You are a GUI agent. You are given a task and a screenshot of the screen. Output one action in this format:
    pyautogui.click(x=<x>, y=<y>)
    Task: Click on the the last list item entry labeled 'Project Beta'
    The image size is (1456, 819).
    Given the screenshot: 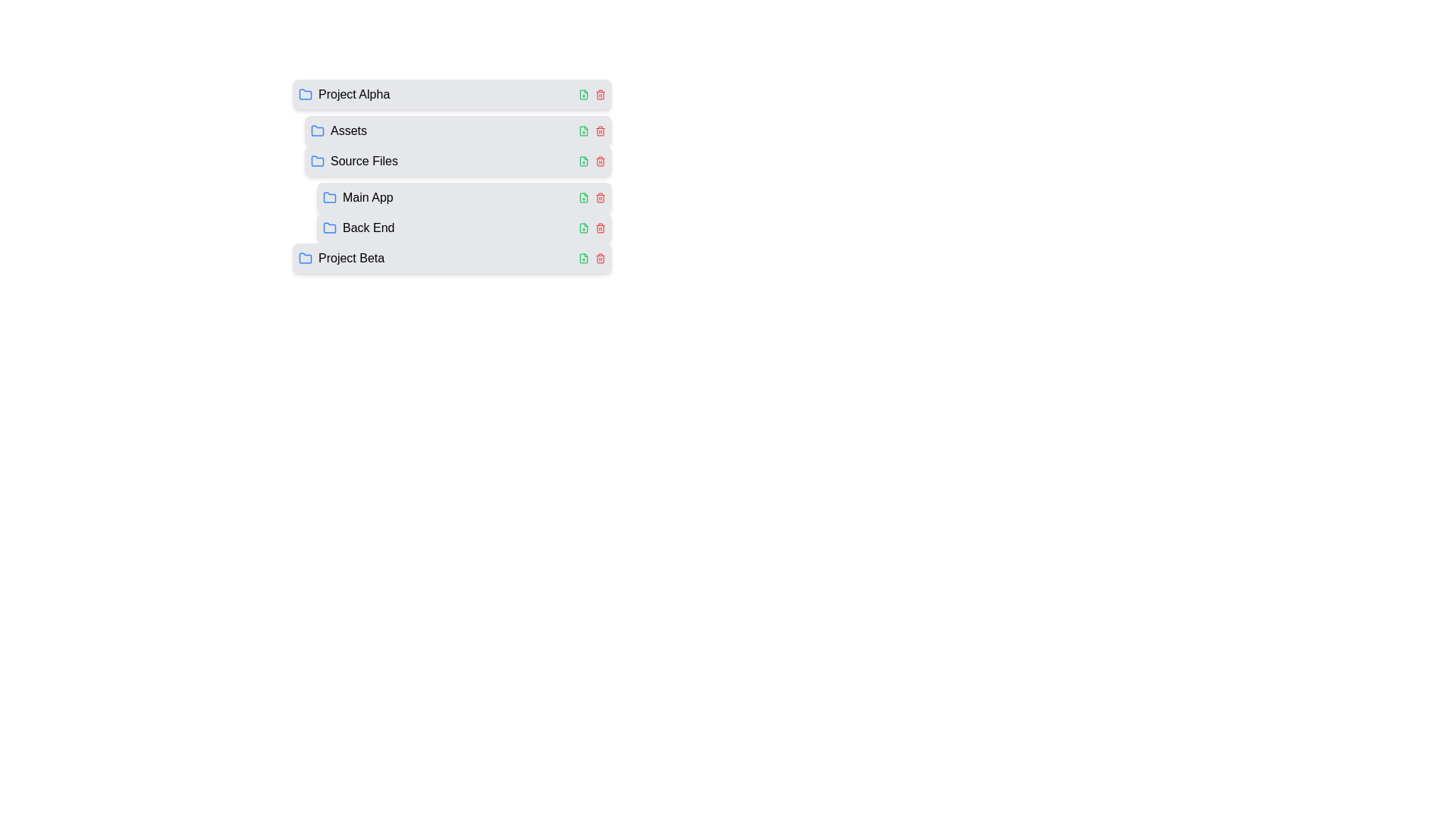 What is the action you would take?
    pyautogui.click(x=340, y=257)
    